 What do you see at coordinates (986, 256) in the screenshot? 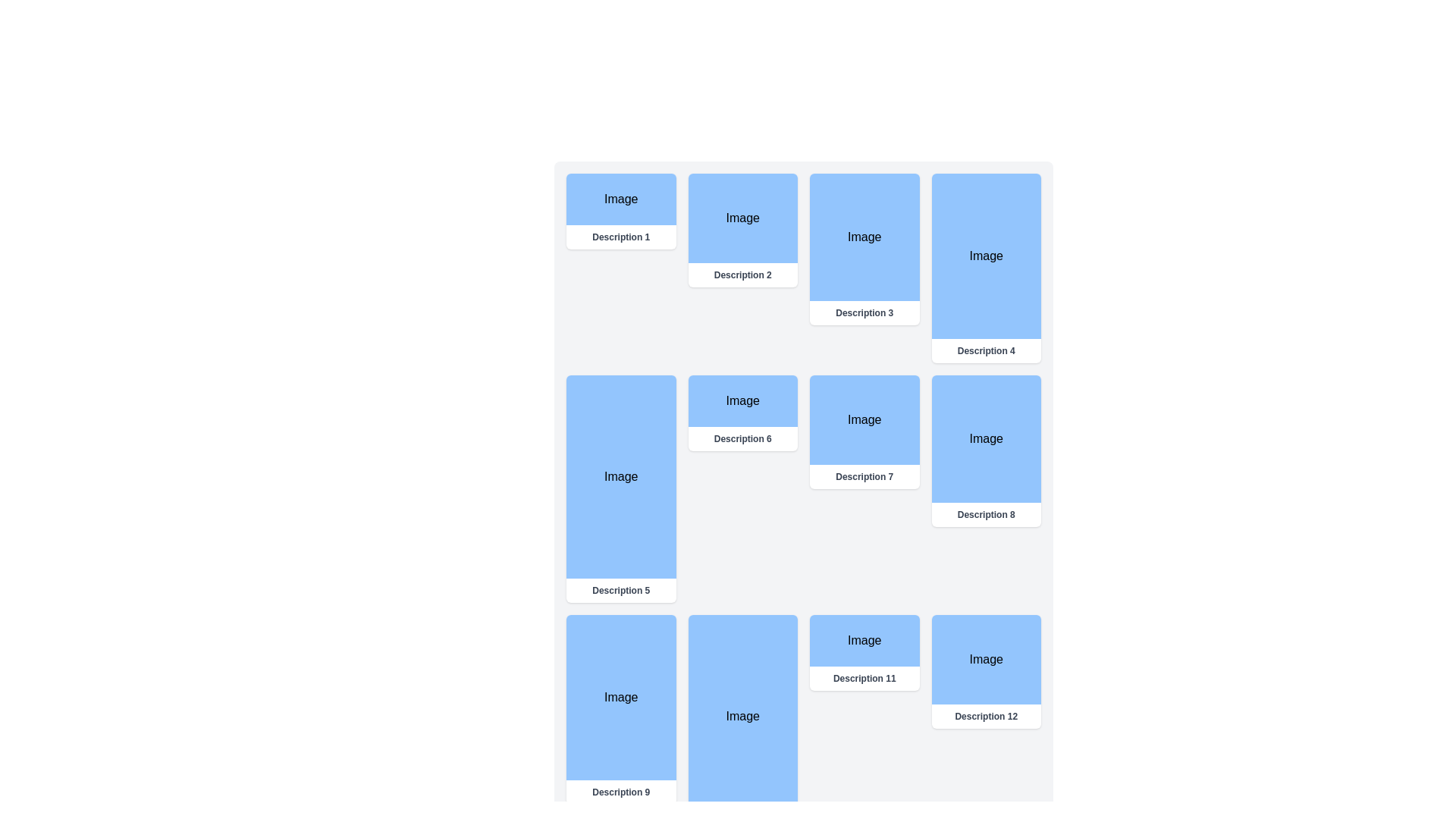
I see `the image placeholder element labeled 'Image' located in the fourth card of the top section of the interface, above the text label 'Description 4'` at bounding box center [986, 256].